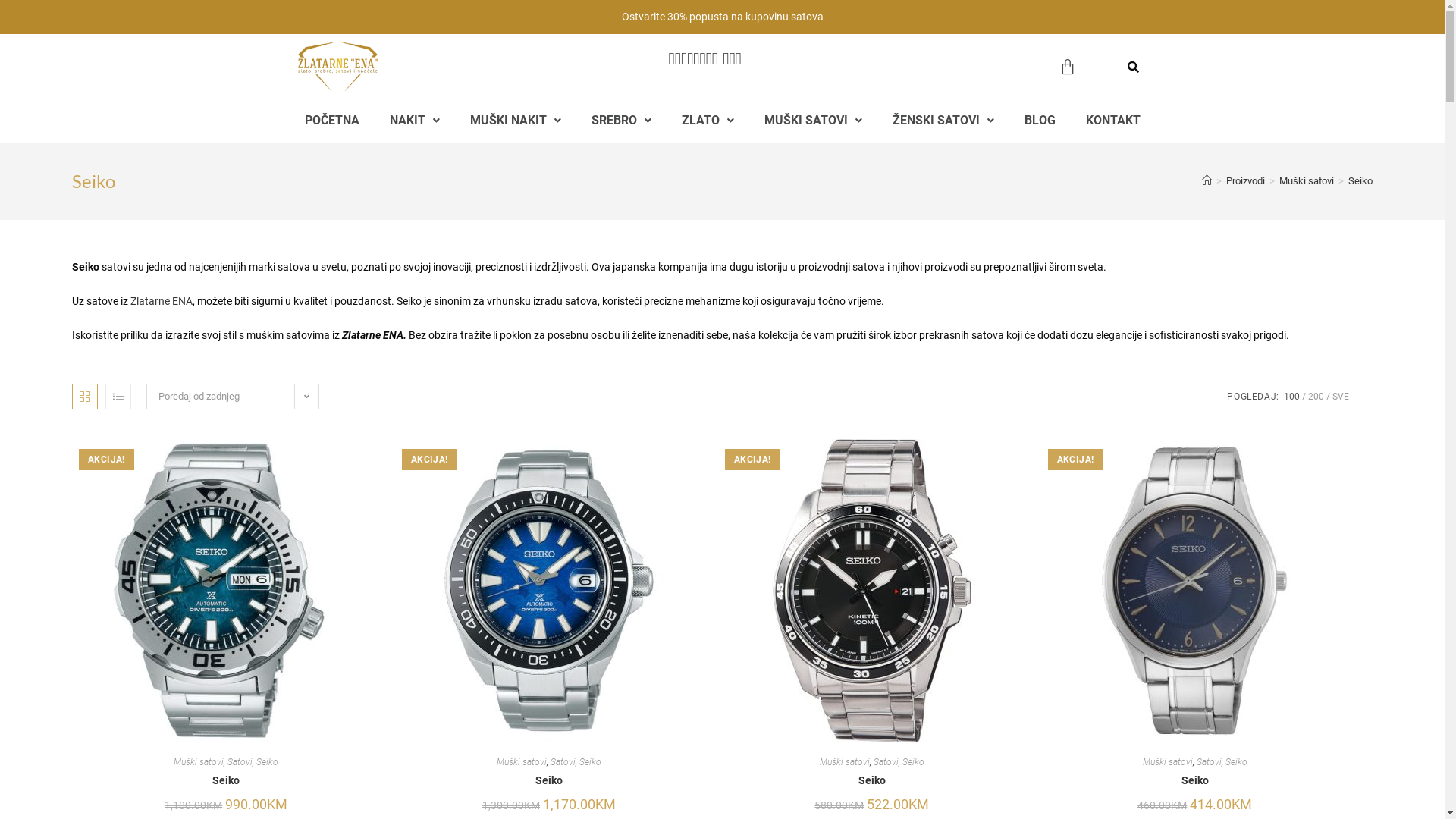 This screenshot has width=1456, height=819. What do you see at coordinates (1360, 180) in the screenshot?
I see `'Seiko'` at bounding box center [1360, 180].